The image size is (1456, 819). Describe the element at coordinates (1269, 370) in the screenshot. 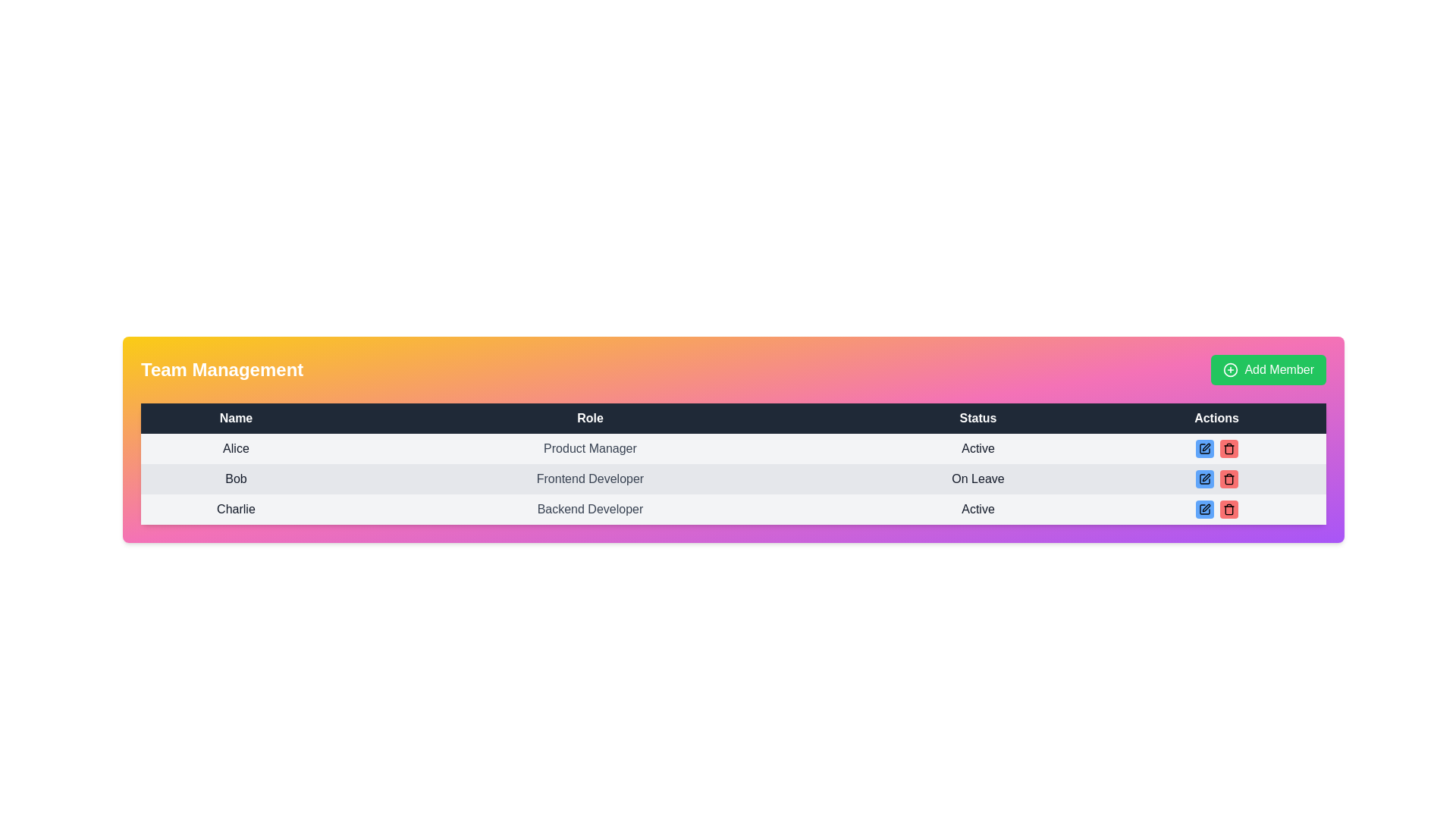

I see `the green 'Add Member' button with a plus icon located on the right side of the 'Team Management' header` at that location.